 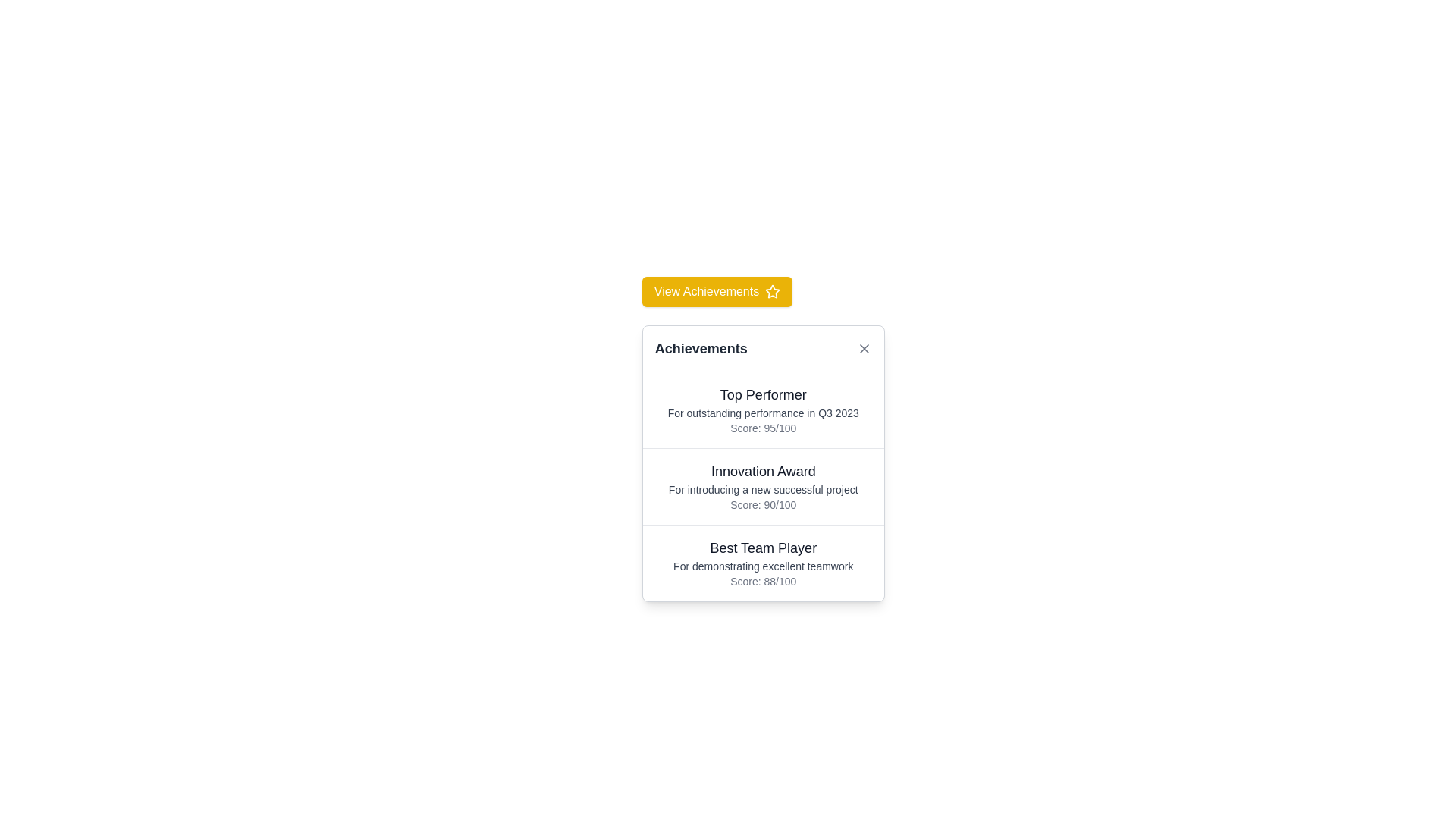 I want to click on descriptive text element that provides additional information related to the 'Best Team Player' award, located between the title and the score summary in the modal dialog, so click(x=763, y=566).